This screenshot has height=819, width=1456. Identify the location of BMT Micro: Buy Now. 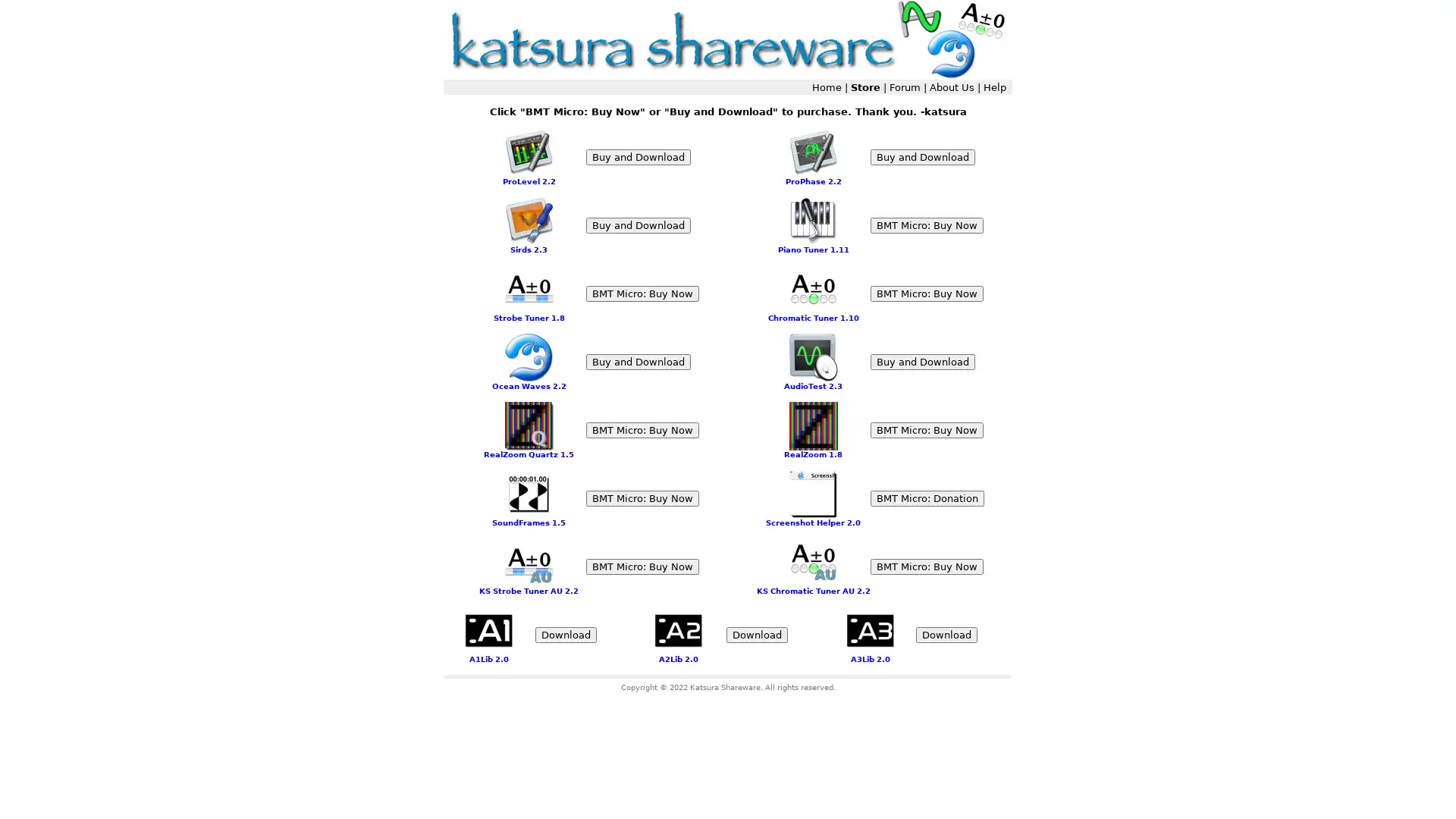
(642, 566).